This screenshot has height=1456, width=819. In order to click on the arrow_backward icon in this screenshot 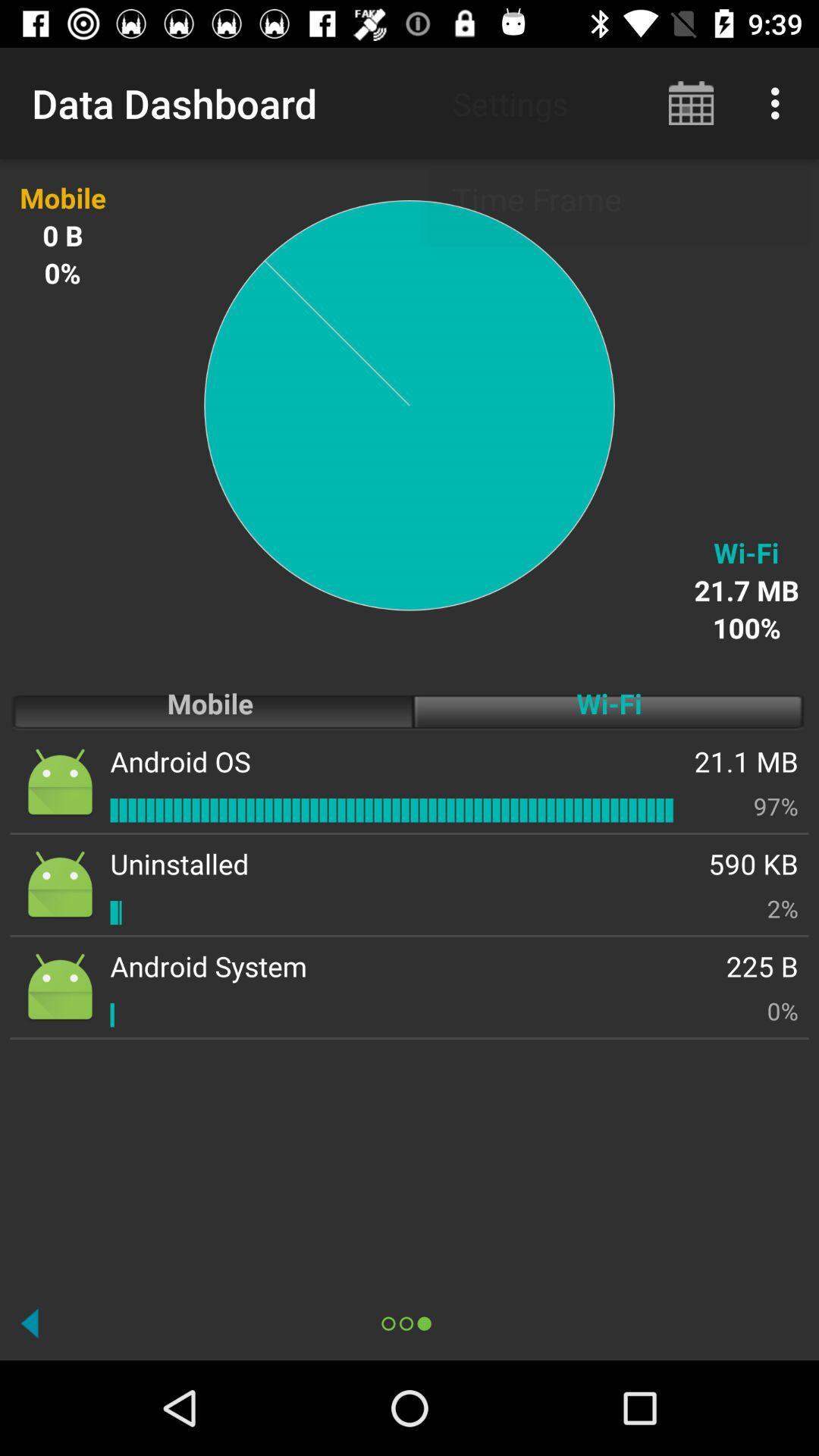, I will do `click(30, 1323)`.